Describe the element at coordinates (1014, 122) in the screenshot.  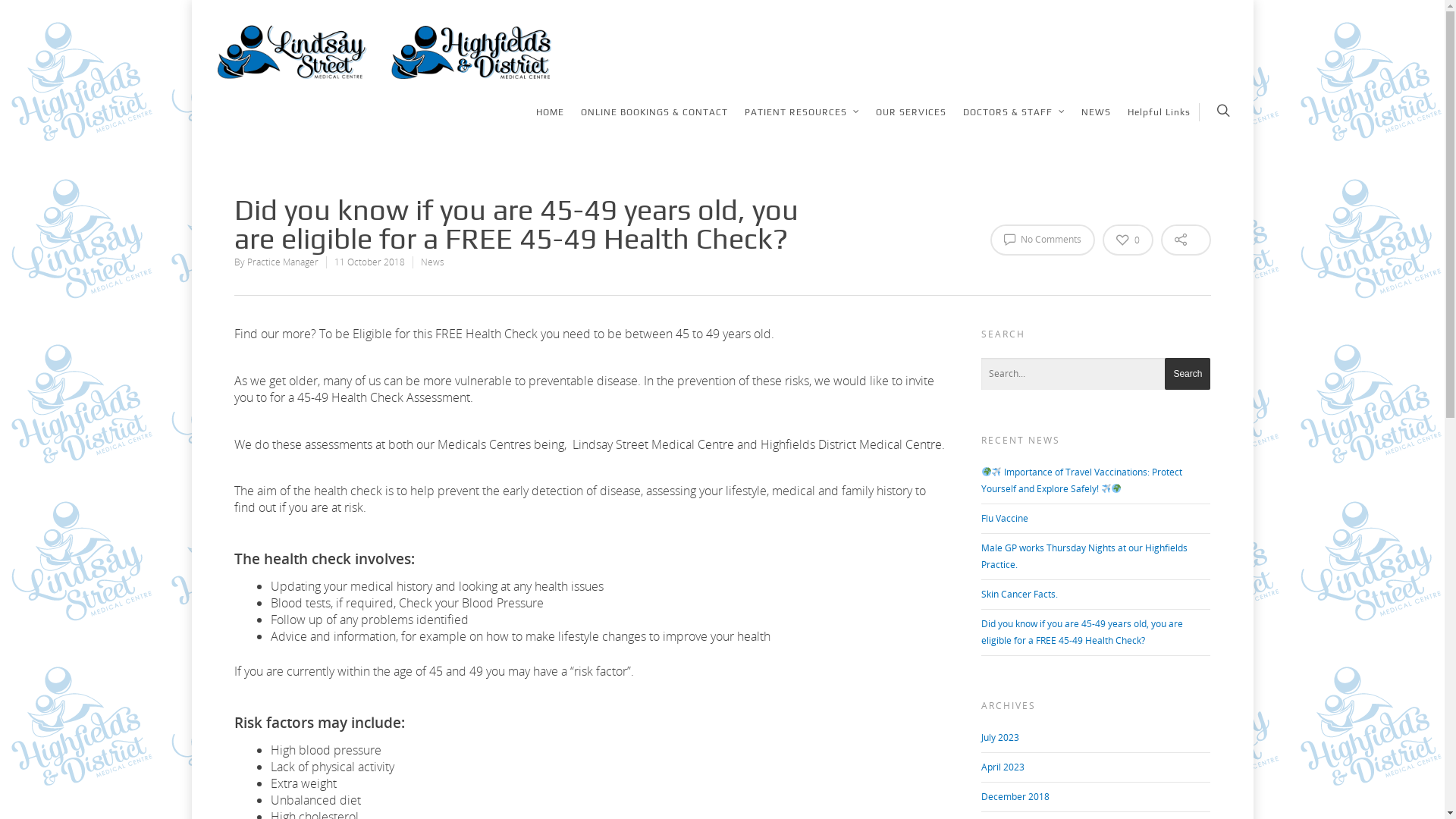
I see `'DOCTORS & STAFF'` at that location.